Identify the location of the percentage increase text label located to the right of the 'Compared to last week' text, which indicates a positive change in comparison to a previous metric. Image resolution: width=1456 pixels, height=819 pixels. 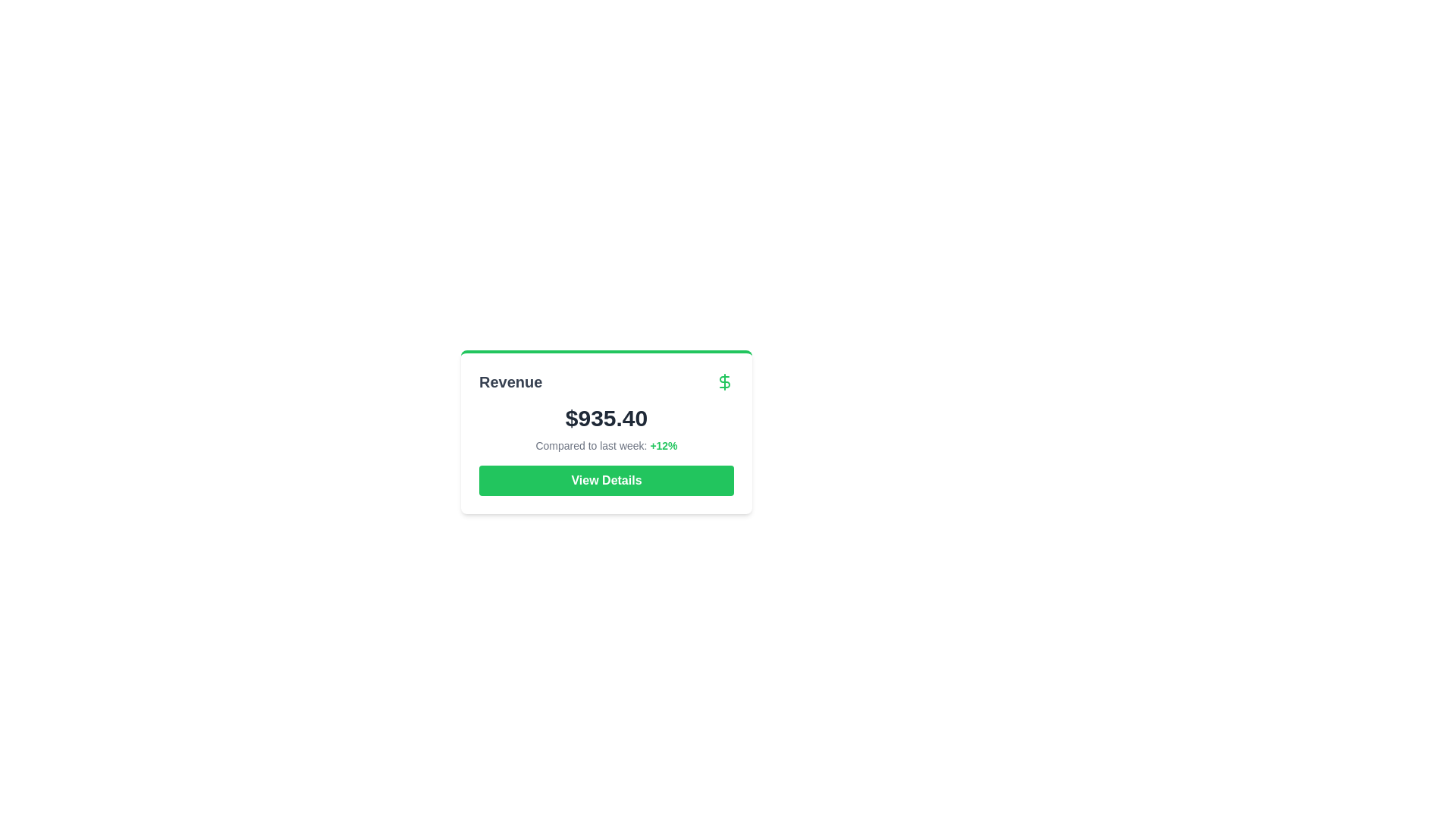
(664, 444).